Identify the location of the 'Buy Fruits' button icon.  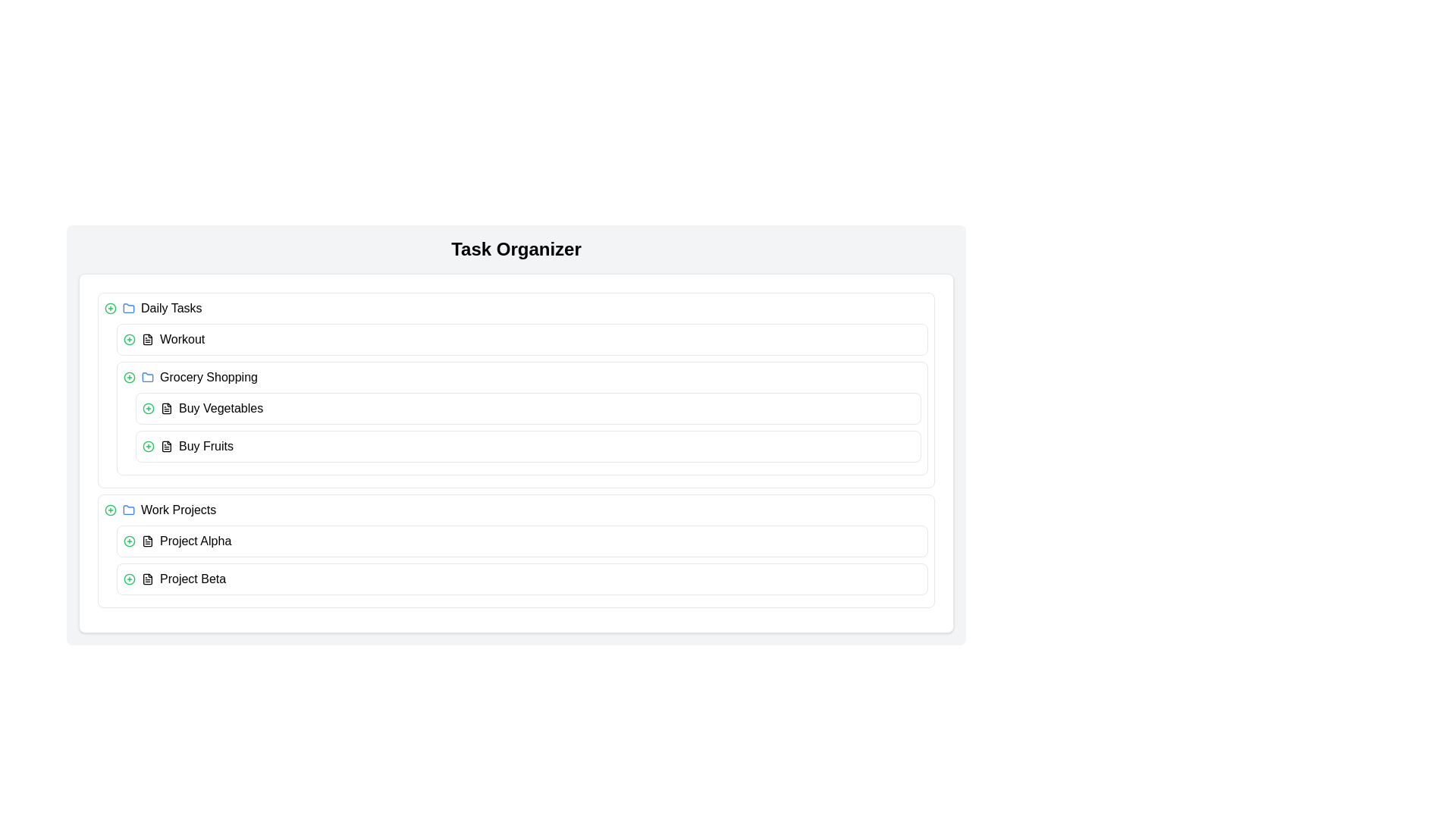
(149, 446).